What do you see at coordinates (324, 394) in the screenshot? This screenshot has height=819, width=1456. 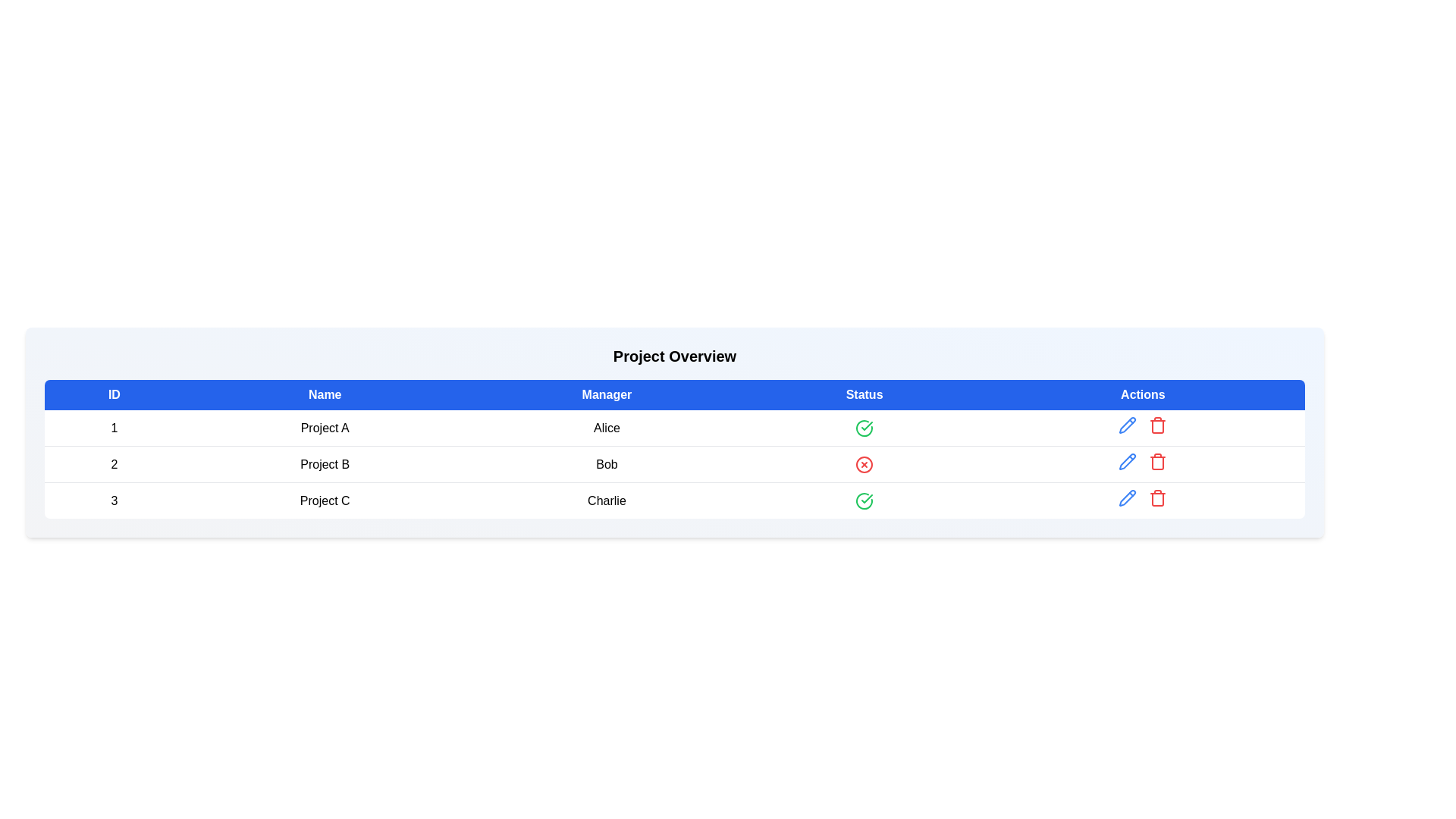 I see `the 'Name' column header text label, which is the second item in the header row of the table, located between 'ID' and 'Manager'` at bounding box center [324, 394].